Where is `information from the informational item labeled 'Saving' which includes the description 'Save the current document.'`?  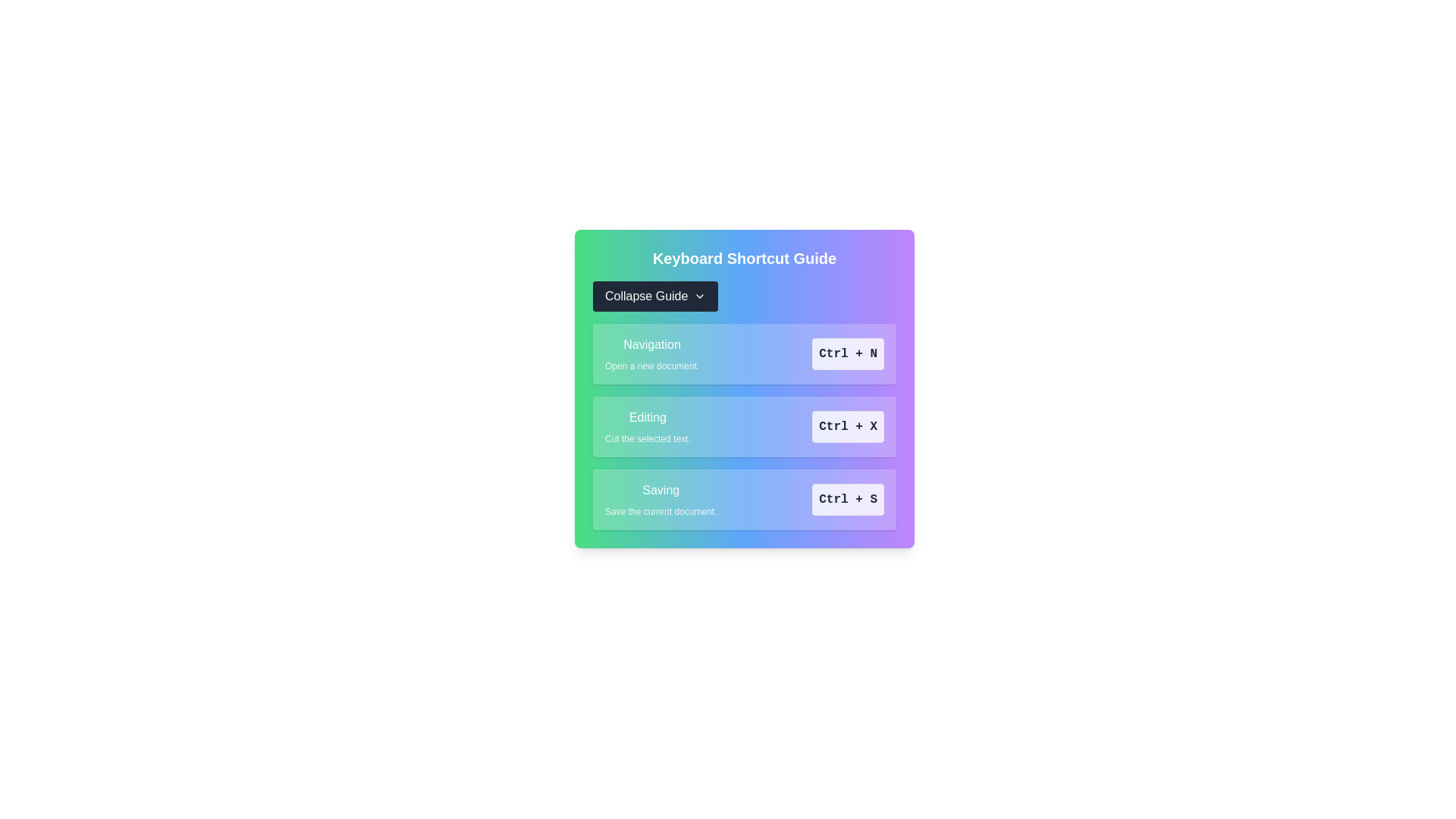 information from the informational item labeled 'Saving' which includes the description 'Save the current document.' is located at coordinates (745, 500).